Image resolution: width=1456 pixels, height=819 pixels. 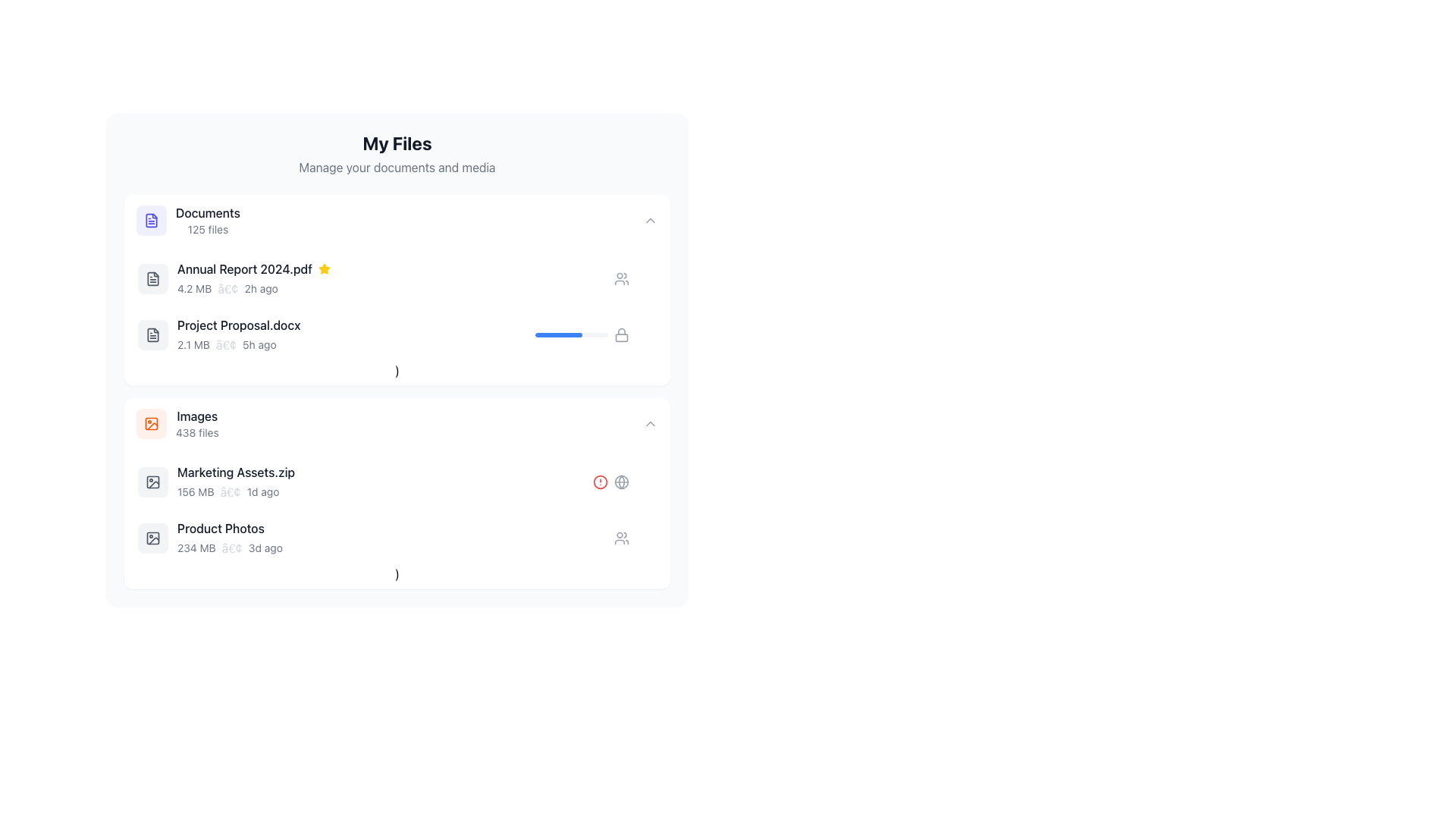 I want to click on star-shaped yellow icon located to the right of the text 'Annual Report 2024.pdf', so click(x=323, y=268).